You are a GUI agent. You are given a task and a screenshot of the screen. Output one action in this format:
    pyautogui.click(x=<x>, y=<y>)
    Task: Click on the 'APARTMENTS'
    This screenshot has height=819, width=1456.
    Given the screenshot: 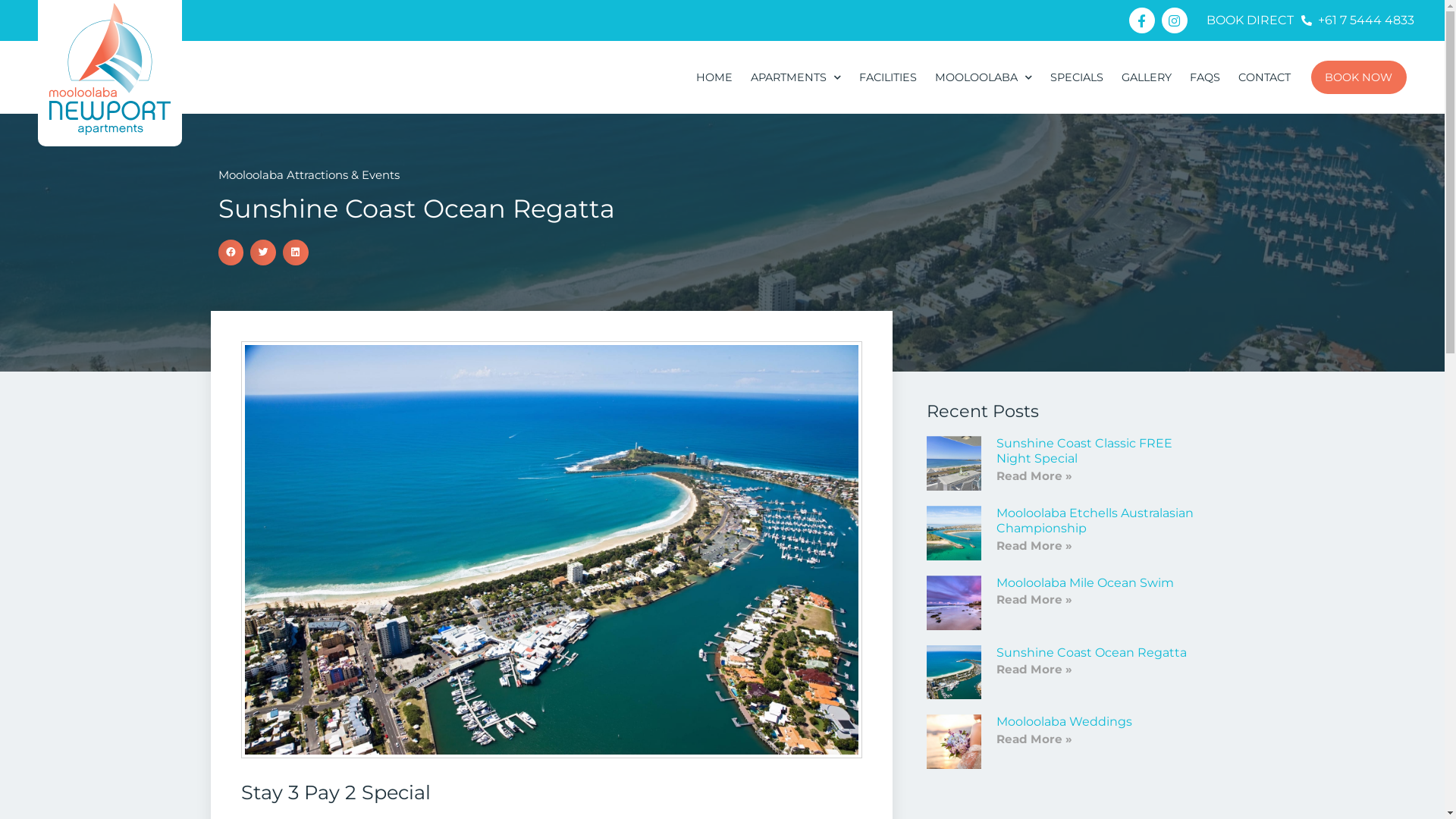 What is the action you would take?
    pyautogui.click(x=742, y=77)
    